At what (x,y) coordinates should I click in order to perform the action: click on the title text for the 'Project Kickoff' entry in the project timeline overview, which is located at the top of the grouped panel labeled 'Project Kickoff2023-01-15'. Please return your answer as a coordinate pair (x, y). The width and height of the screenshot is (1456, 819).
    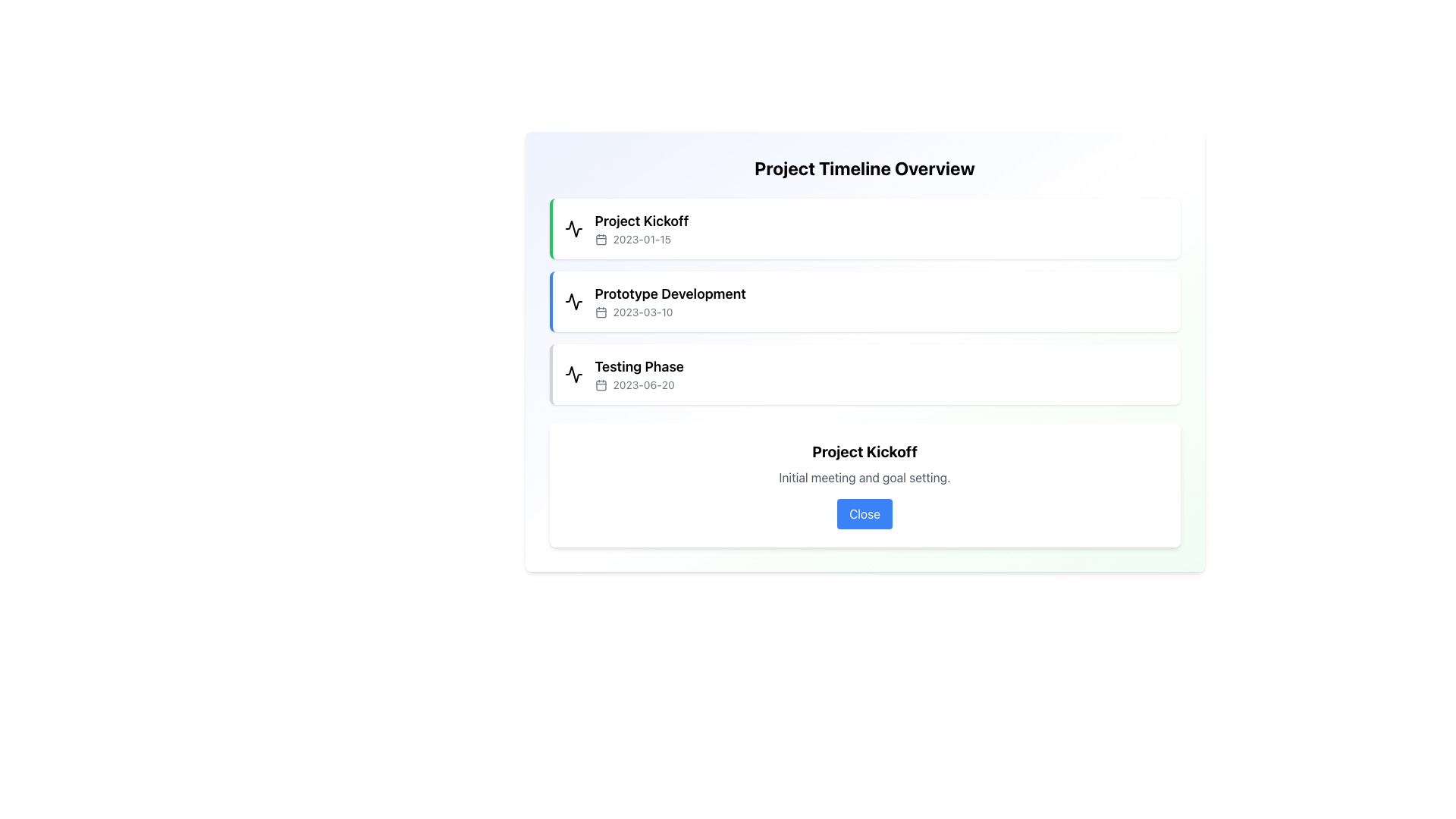
    Looking at the image, I should click on (642, 221).